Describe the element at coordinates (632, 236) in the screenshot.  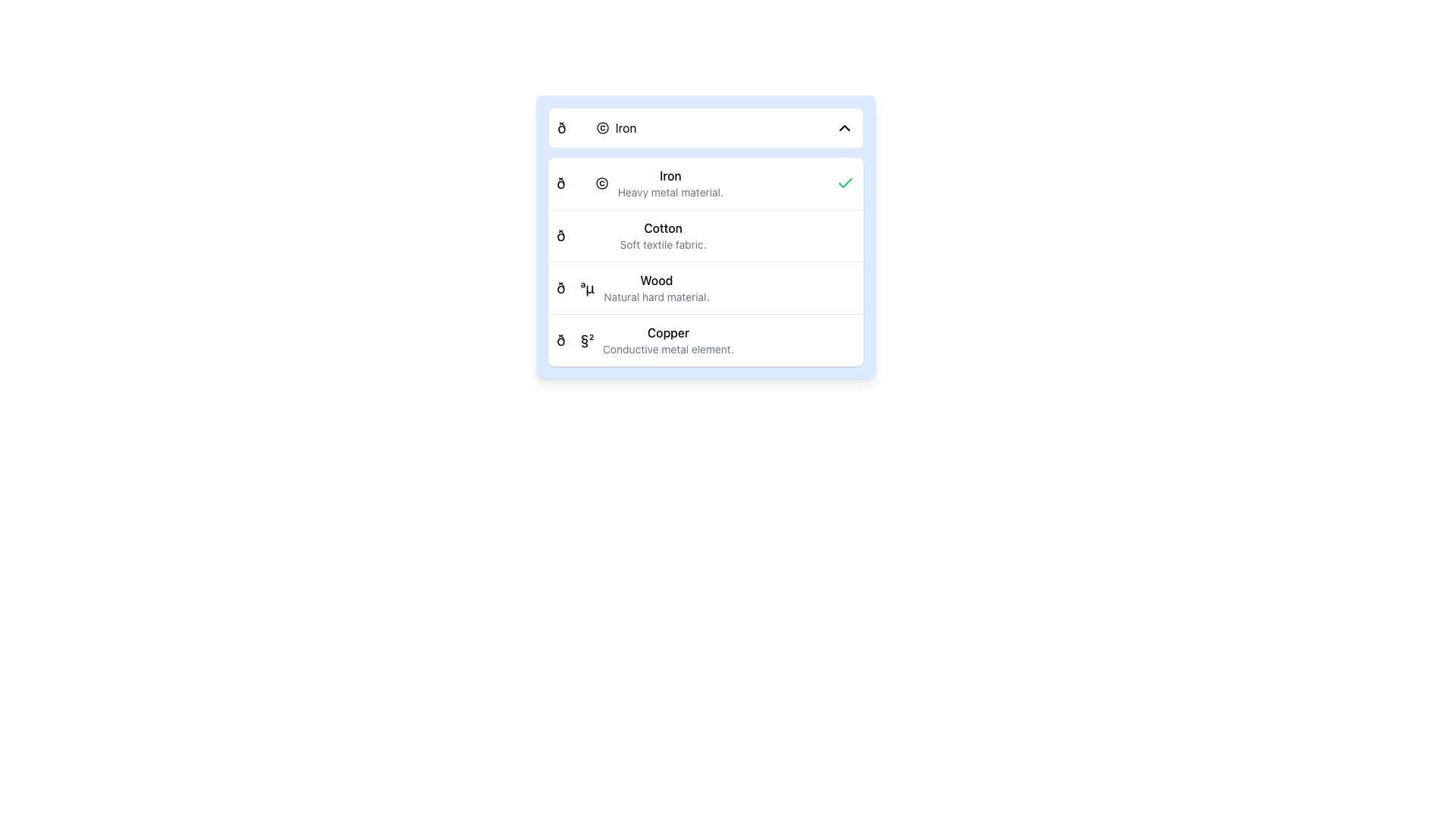
I see `the selectable list item representing 'Cotton'` at that location.